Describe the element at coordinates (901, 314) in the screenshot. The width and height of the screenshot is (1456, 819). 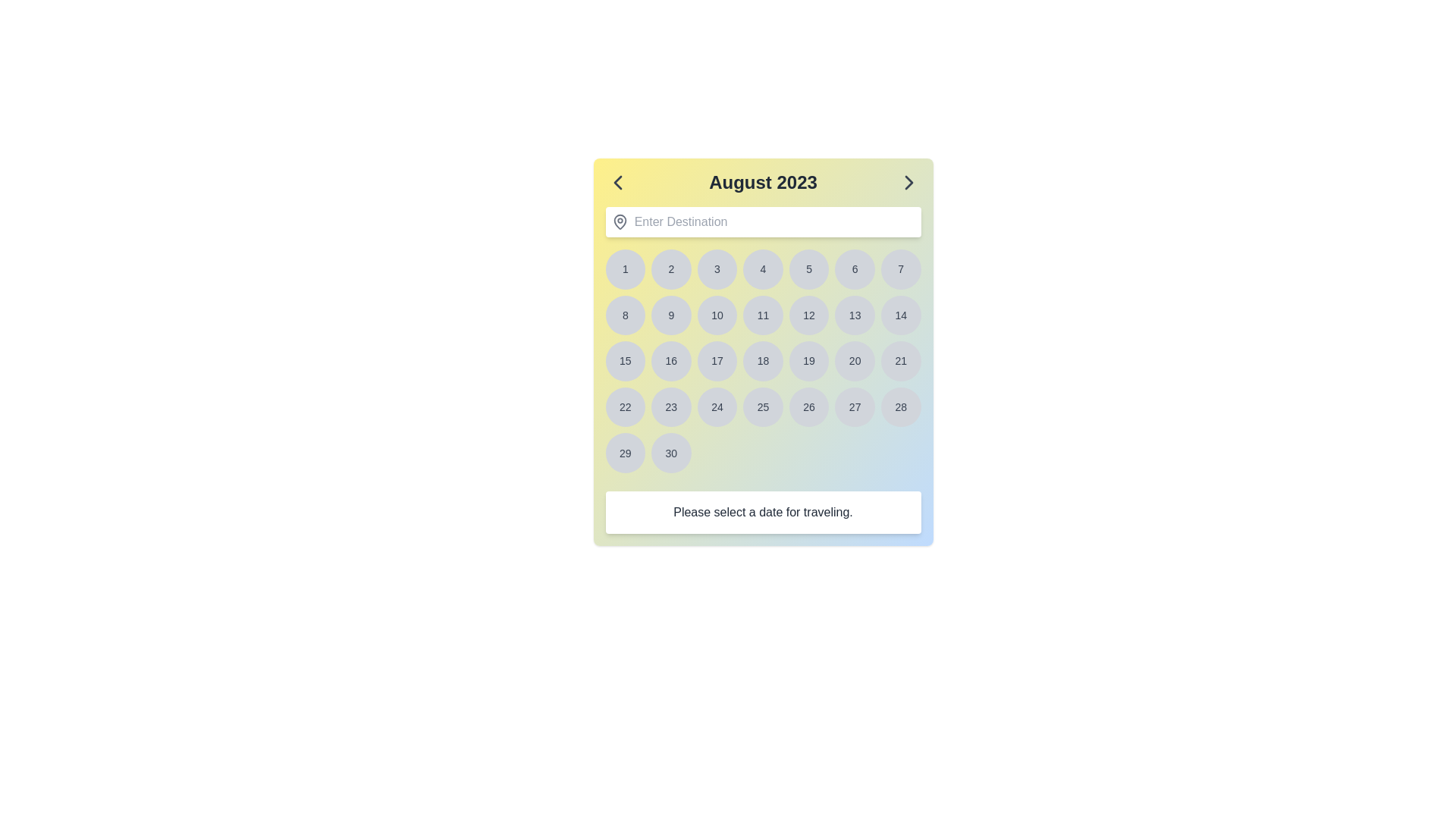
I see `the button representing the 14th day of the month in the calendar interface` at that location.